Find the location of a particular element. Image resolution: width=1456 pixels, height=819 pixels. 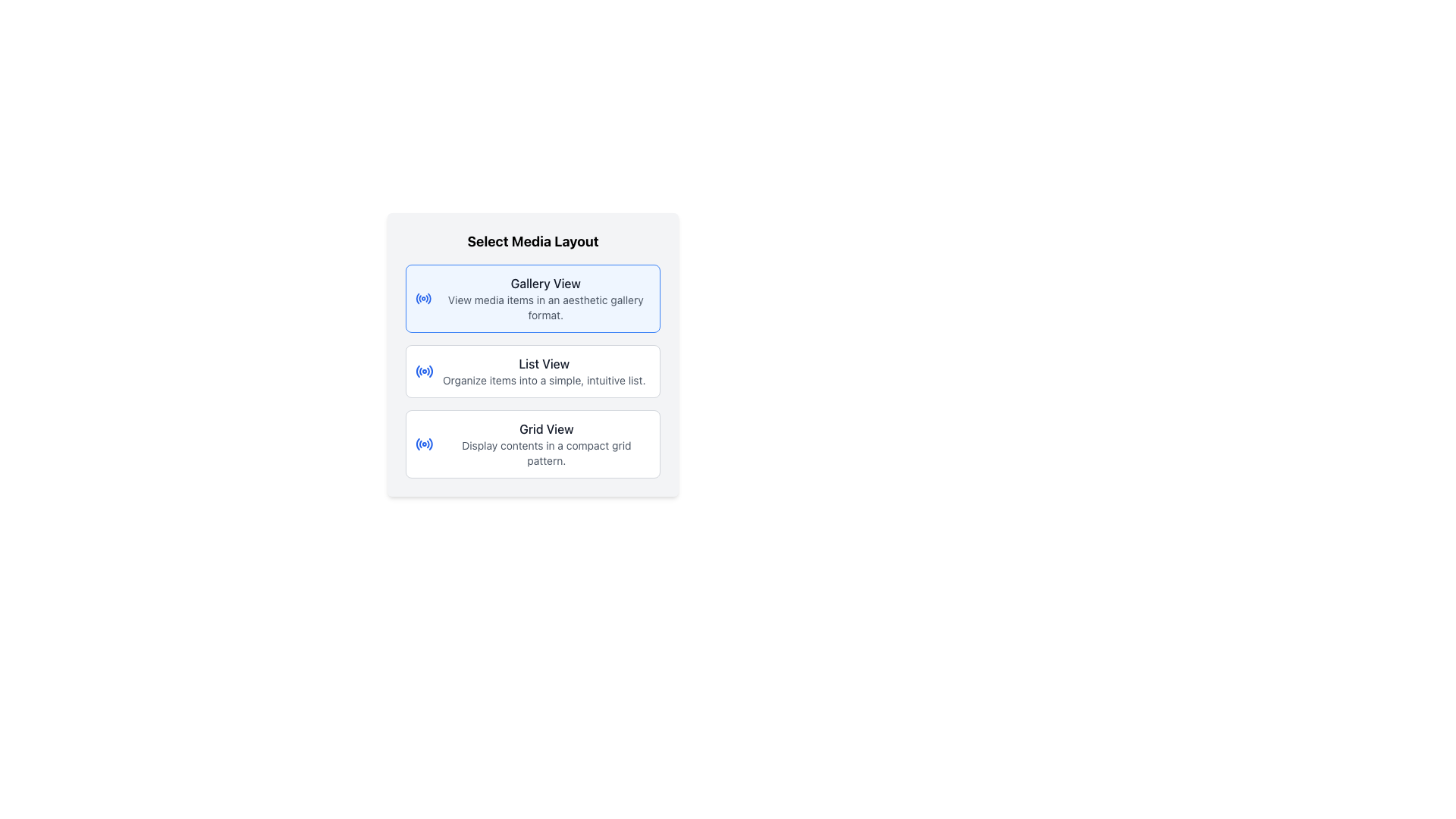

the final curved segment of the circular icon located on the left side of the 'Gallery View' option is located at coordinates (428, 298).